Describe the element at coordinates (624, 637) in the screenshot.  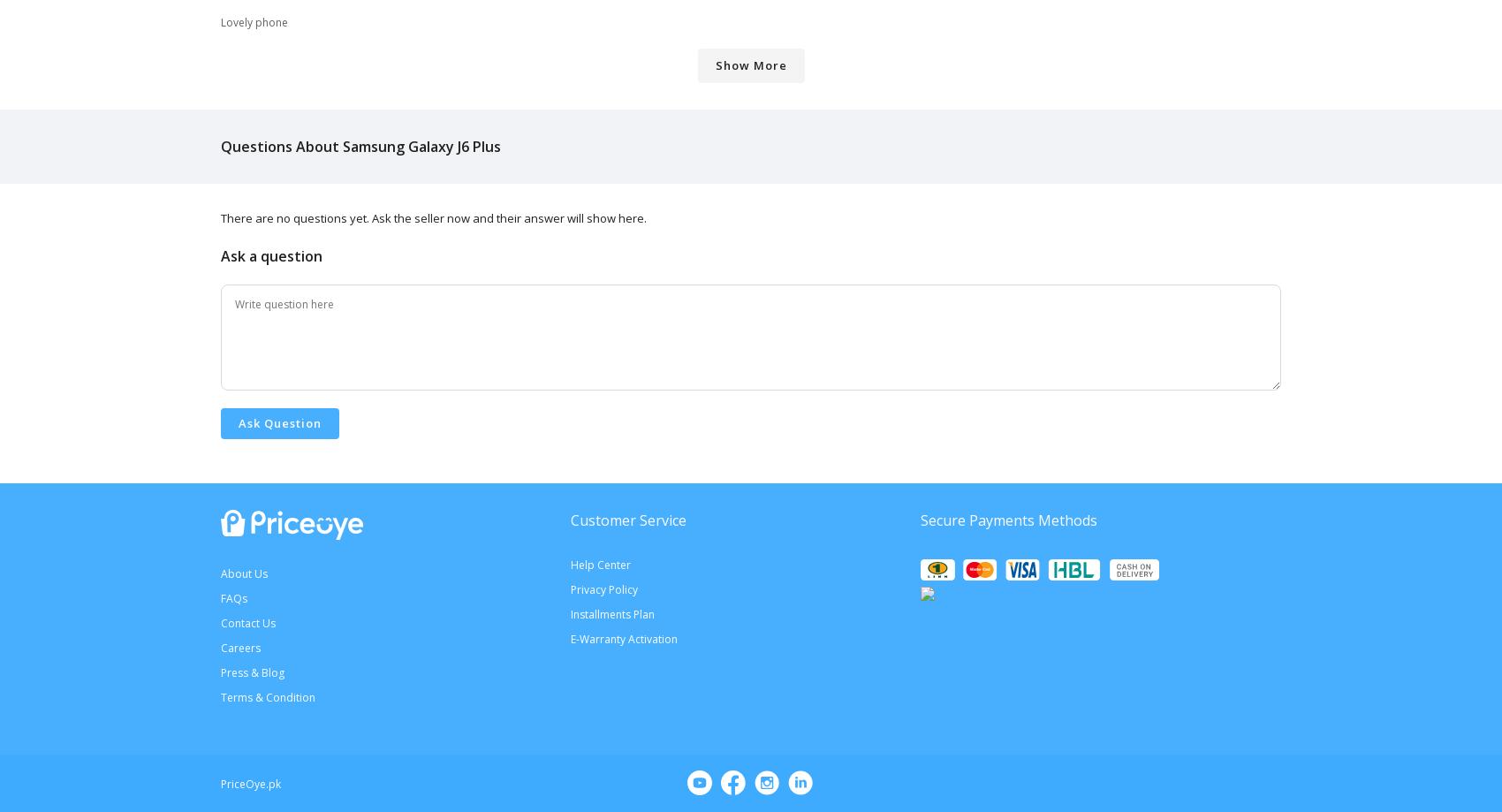
I see `'E-Warranty Activation'` at that location.